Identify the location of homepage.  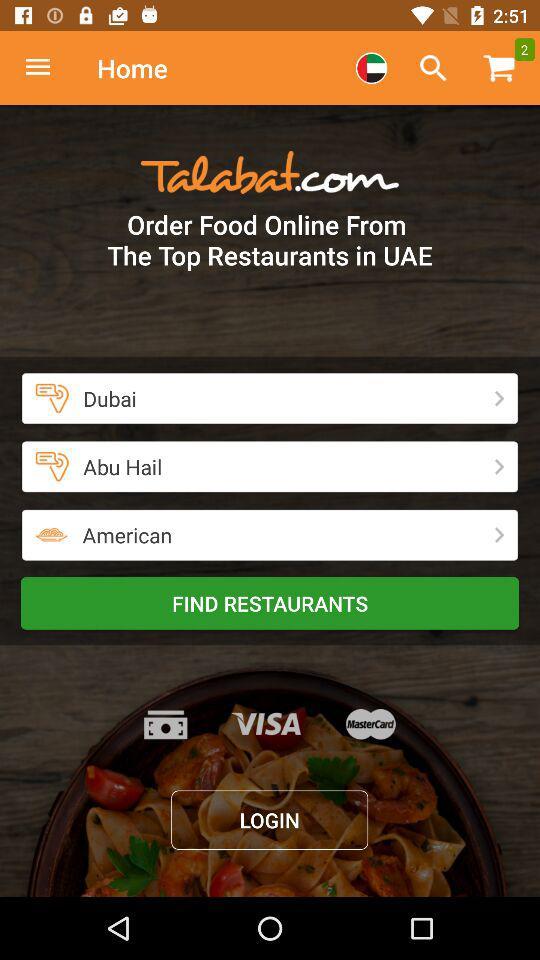
(48, 68).